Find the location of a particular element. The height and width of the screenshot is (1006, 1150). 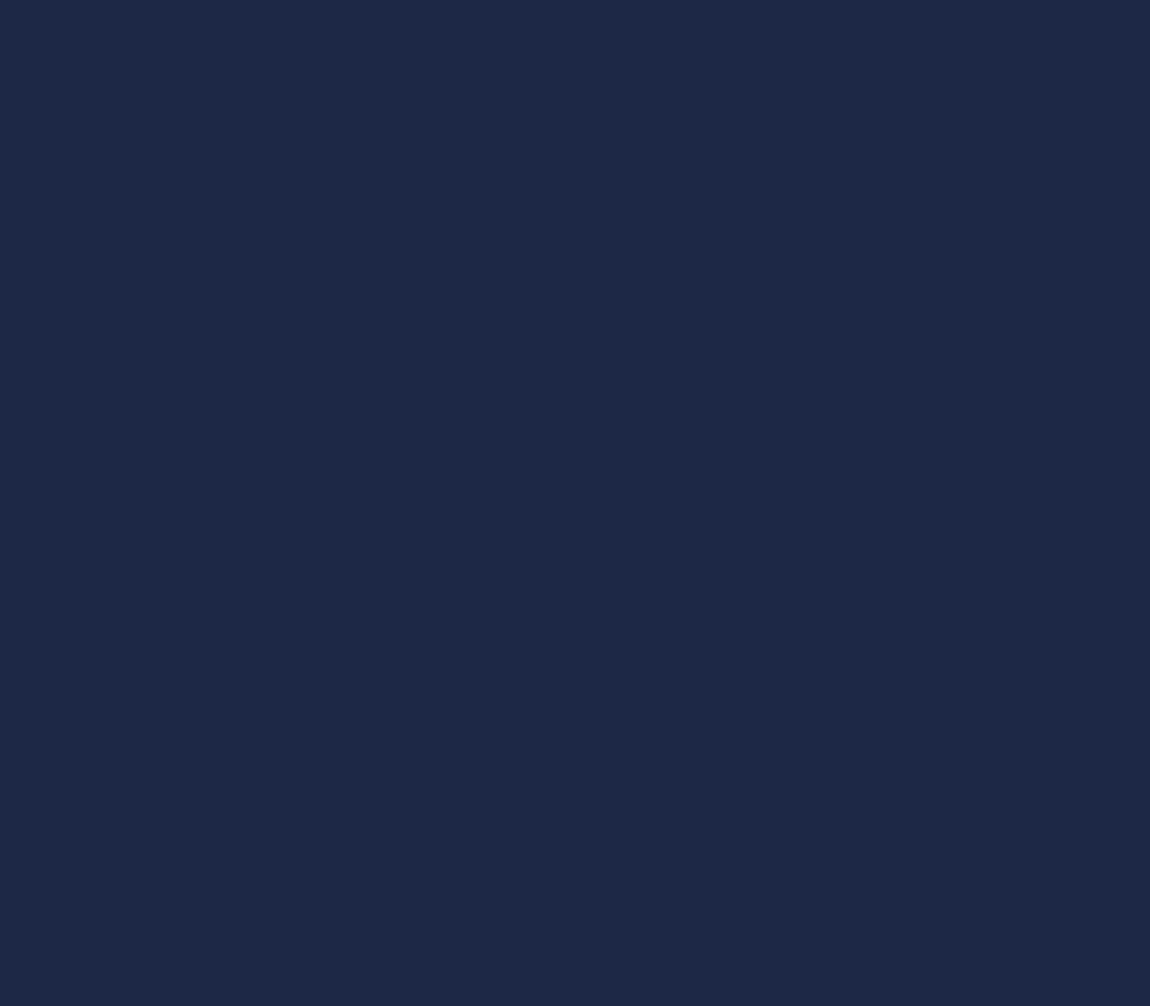

'19 octubre, 2017' is located at coordinates (574, 270).